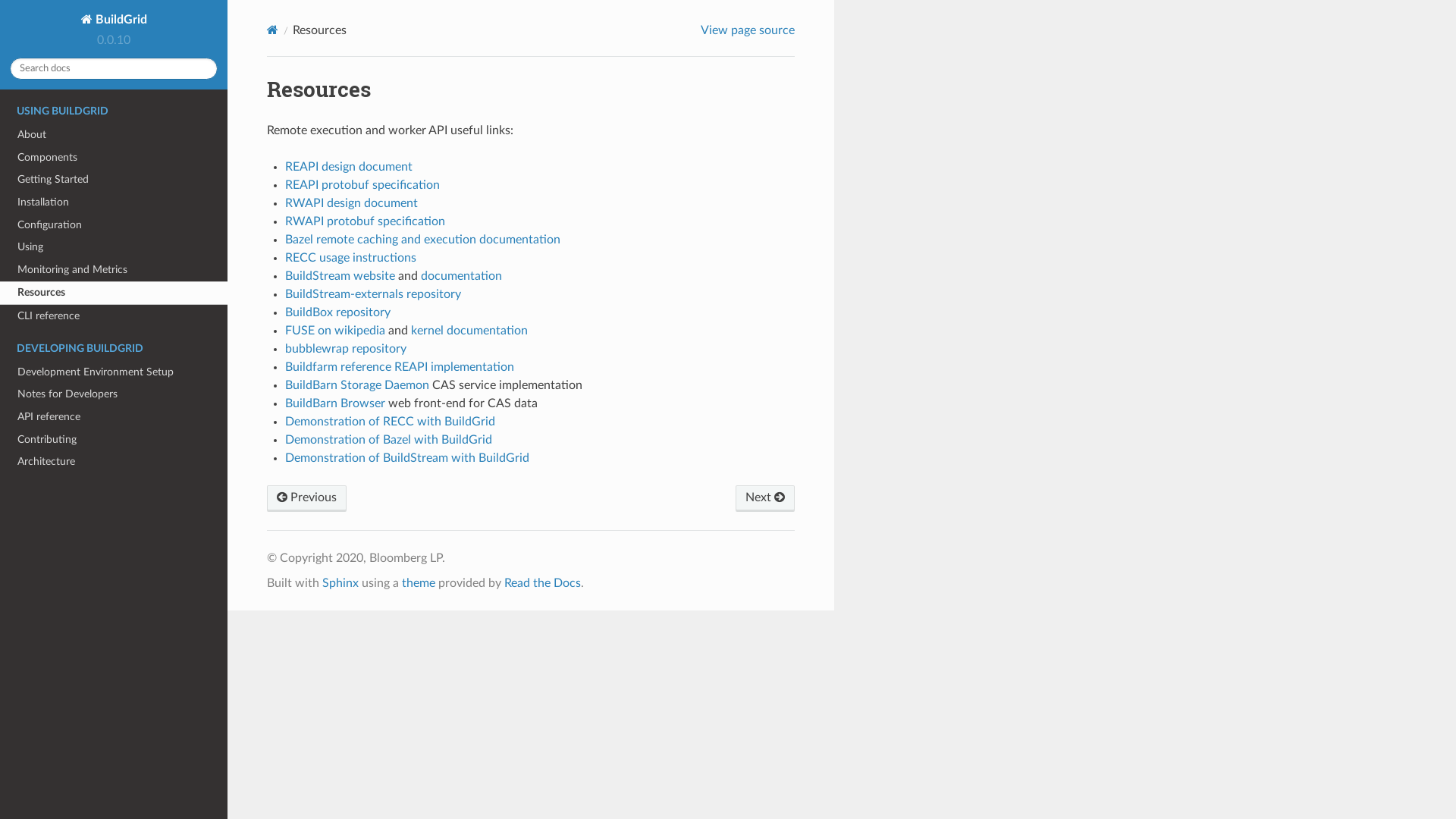  I want to click on 'BuildBarn Storage Daemon', so click(356, 384).